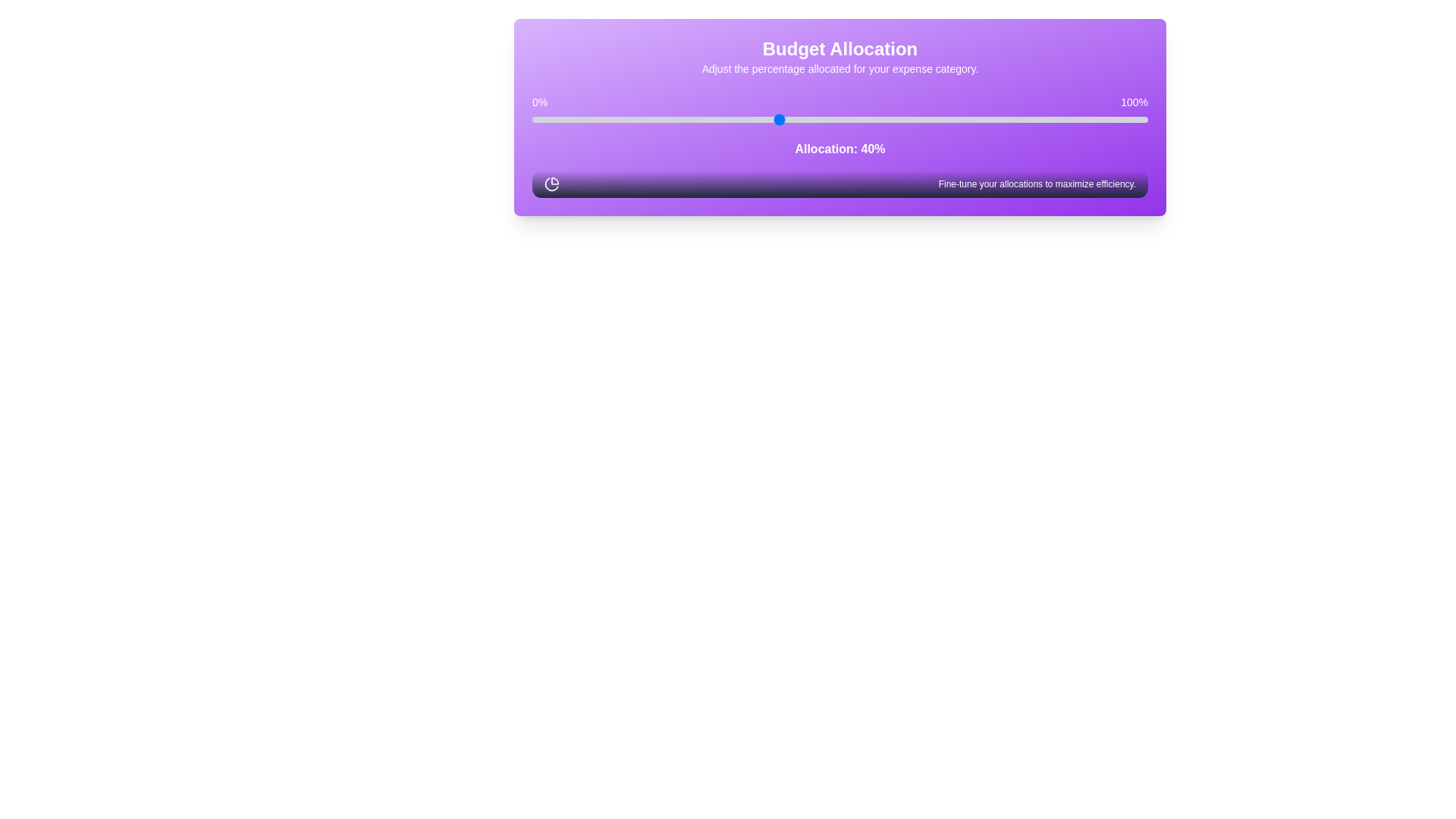  I want to click on the slider, so click(778, 119).